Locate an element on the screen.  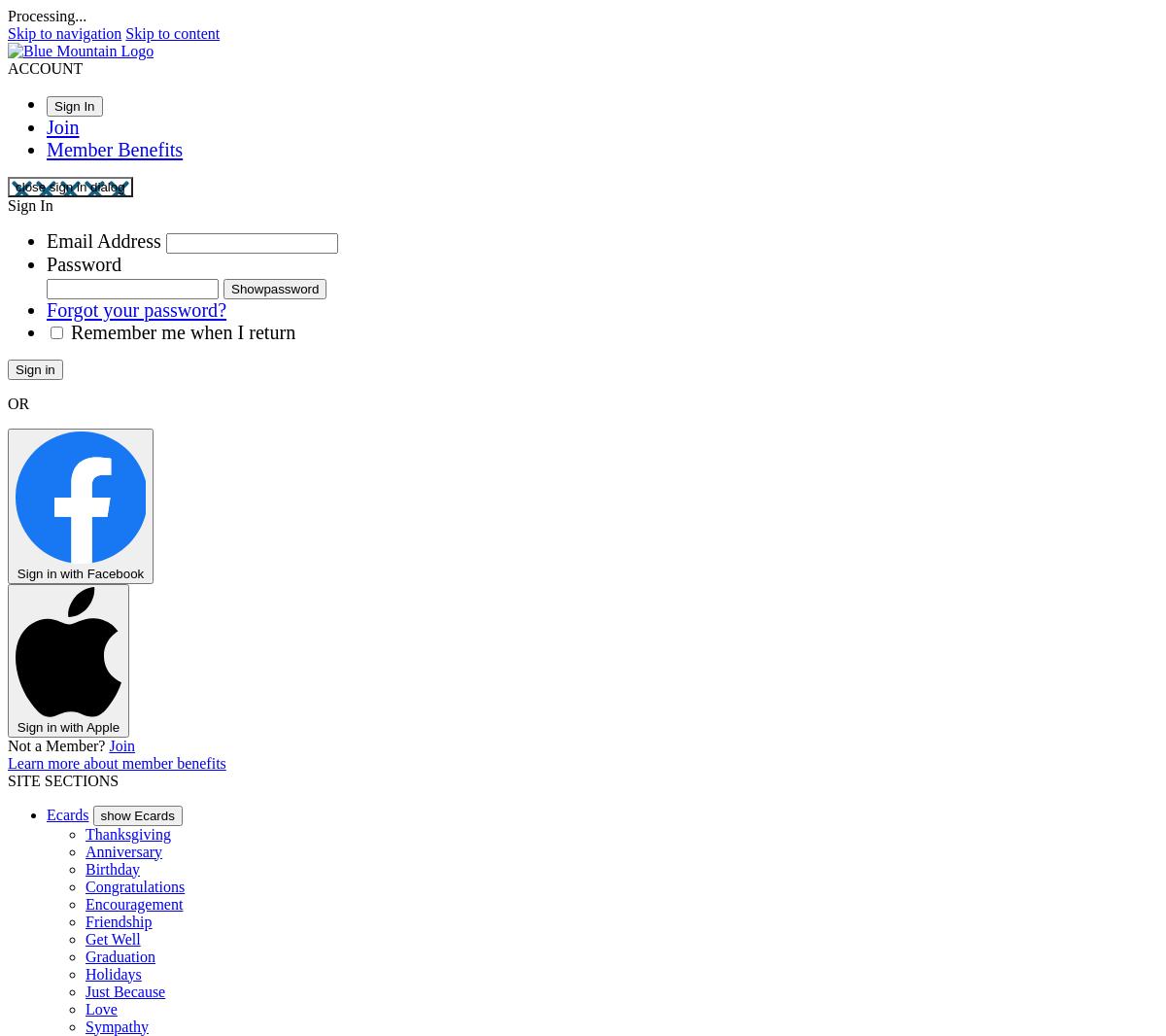
'Sympathy' is located at coordinates (85, 1025).